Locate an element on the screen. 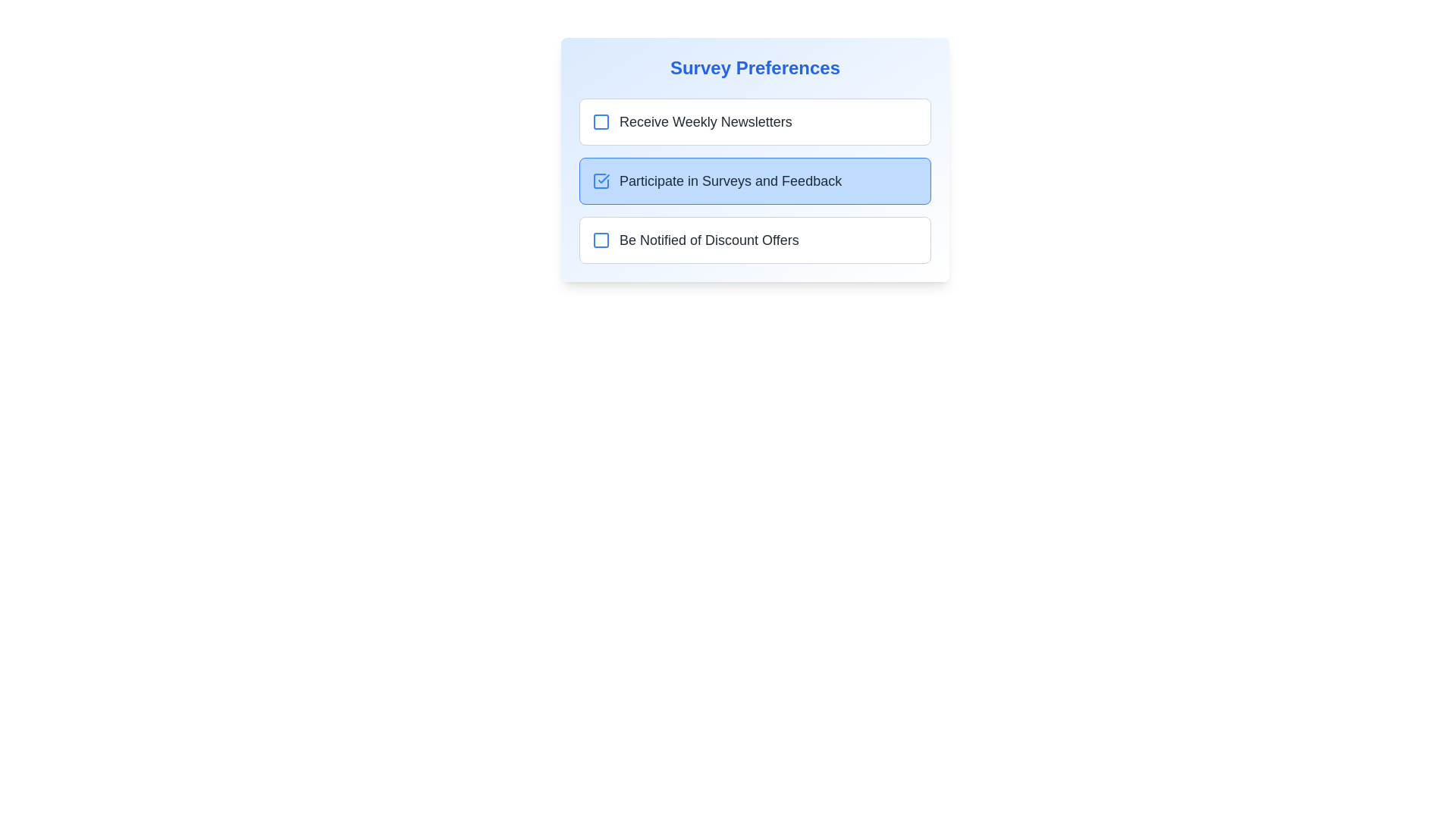 The height and width of the screenshot is (819, 1456). the descriptive label for the checkbox indicating notification preferences for discount offers, located in the 'Survey Preferences' section, beneath 'Participate in Surveys and Feedback' is located at coordinates (708, 239).